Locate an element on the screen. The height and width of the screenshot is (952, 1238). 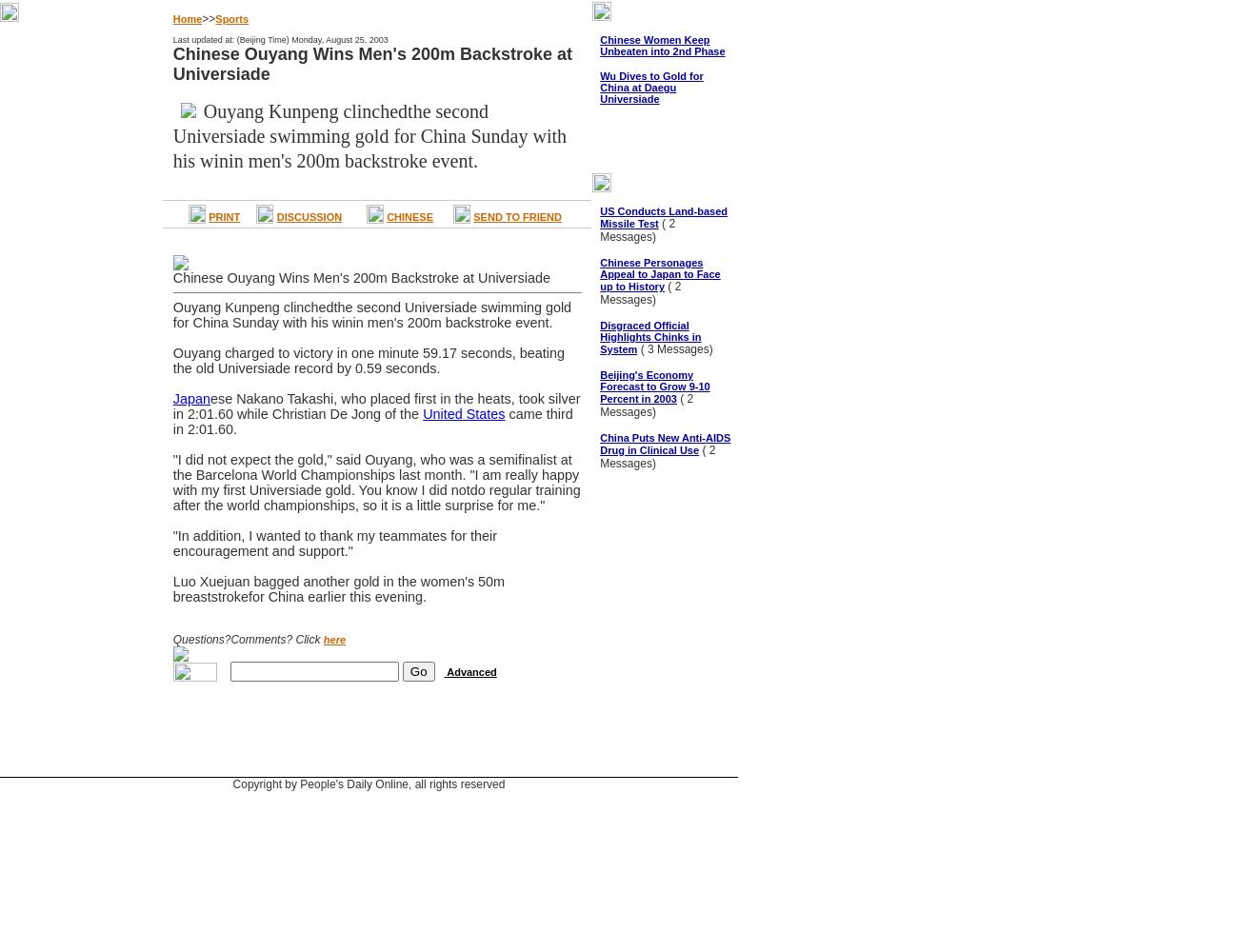
'Chinese Personages Appeal to Japan to Face up to History' is located at coordinates (659, 274).